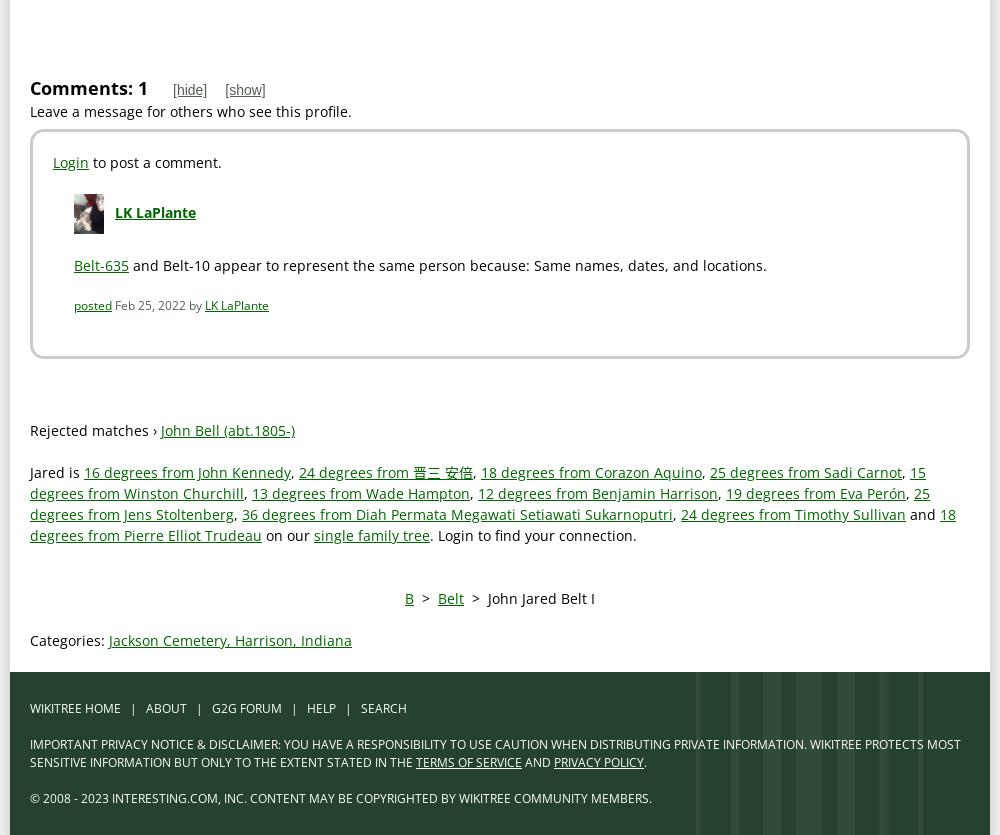  What do you see at coordinates (384, 708) in the screenshot?
I see `'SEARCH'` at bounding box center [384, 708].